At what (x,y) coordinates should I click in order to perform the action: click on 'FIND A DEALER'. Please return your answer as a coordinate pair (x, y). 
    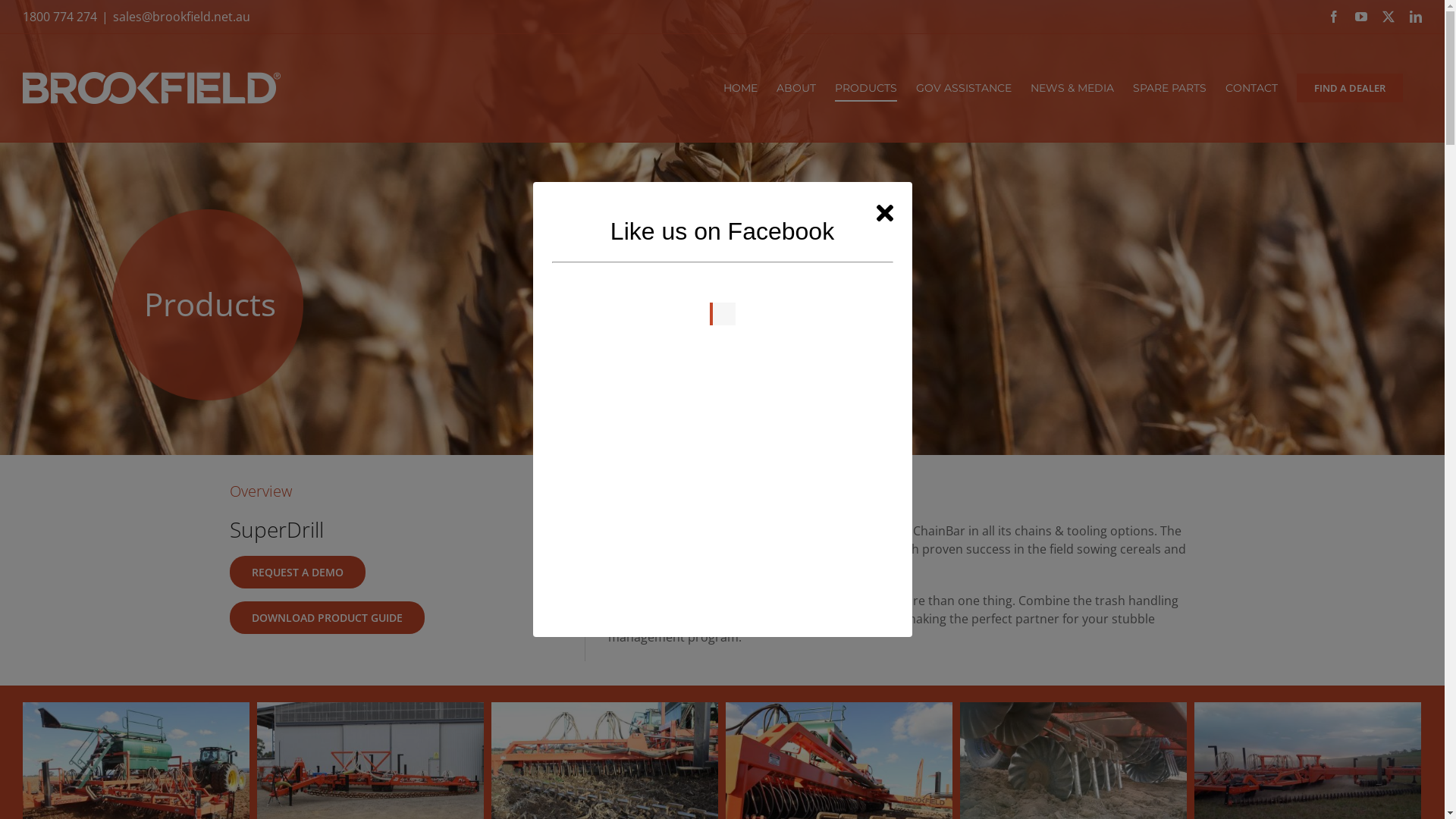
    Looking at the image, I should click on (1350, 87).